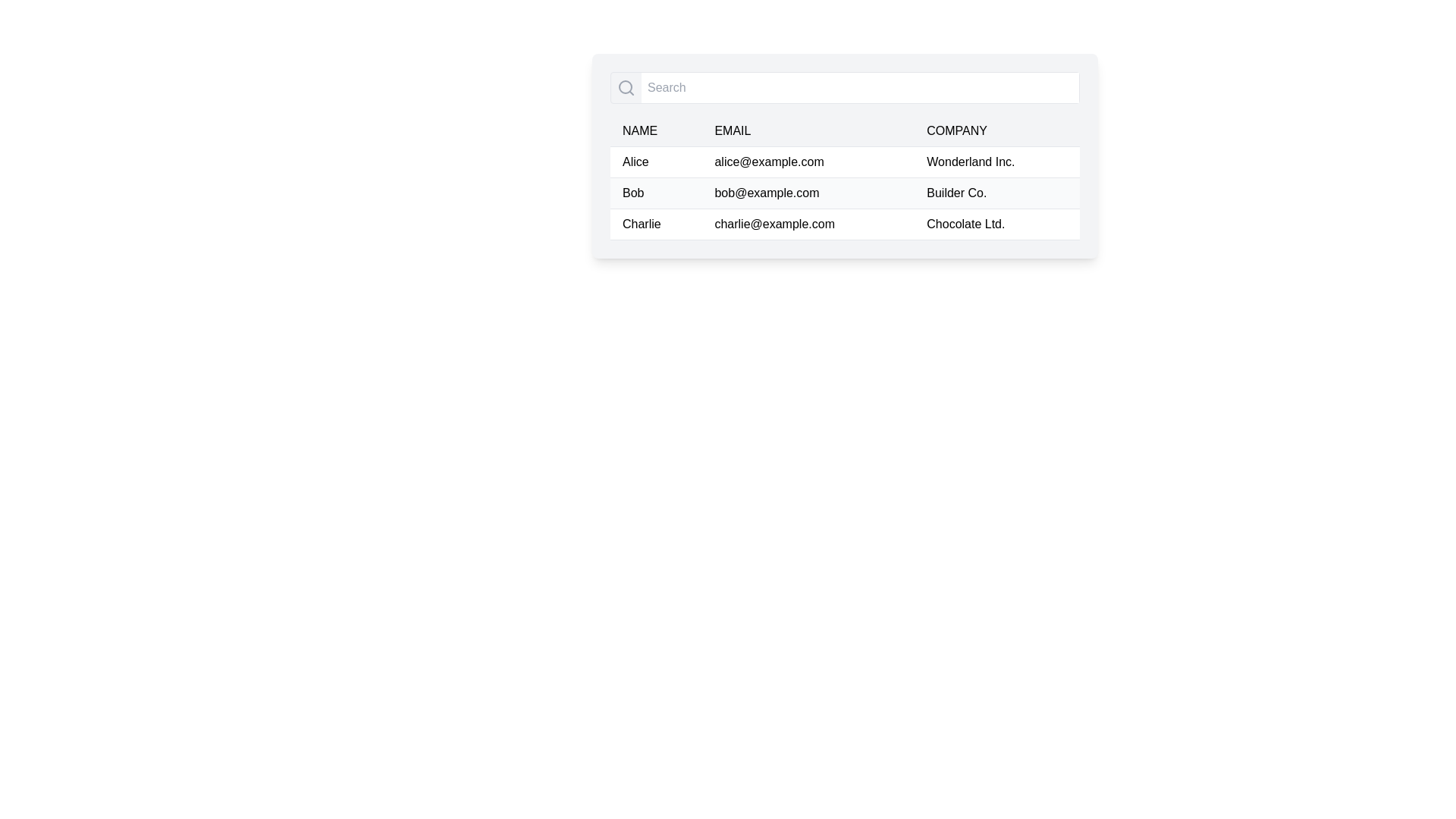 This screenshot has height=819, width=1456. What do you see at coordinates (844, 224) in the screenshot?
I see `the third row` at bounding box center [844, 224].